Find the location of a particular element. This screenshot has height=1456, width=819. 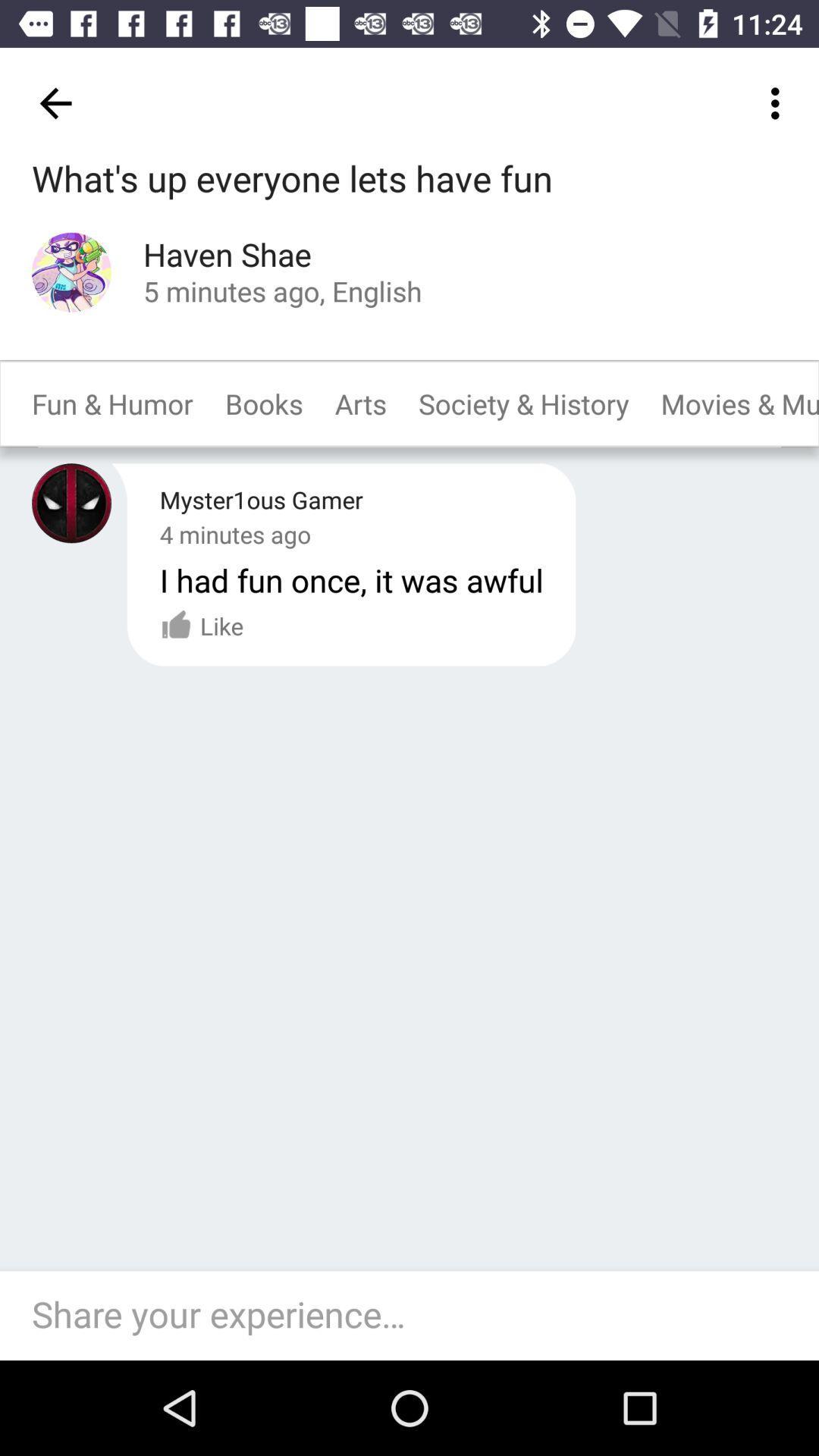

the what s up icon is located at coordinates (292, 180).